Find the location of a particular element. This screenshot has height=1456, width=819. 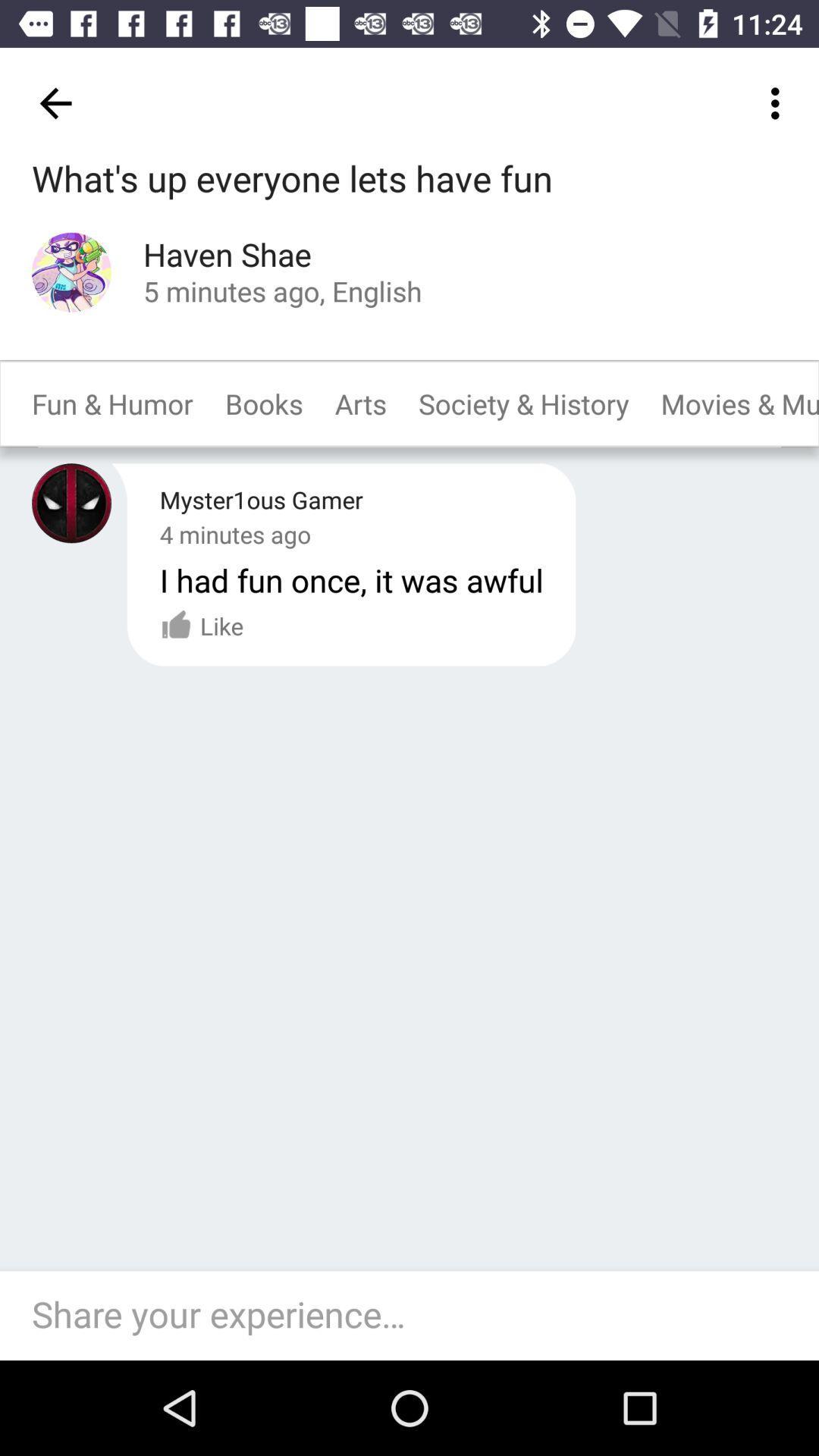

the what s up icon is located at coordinates (292, 180).